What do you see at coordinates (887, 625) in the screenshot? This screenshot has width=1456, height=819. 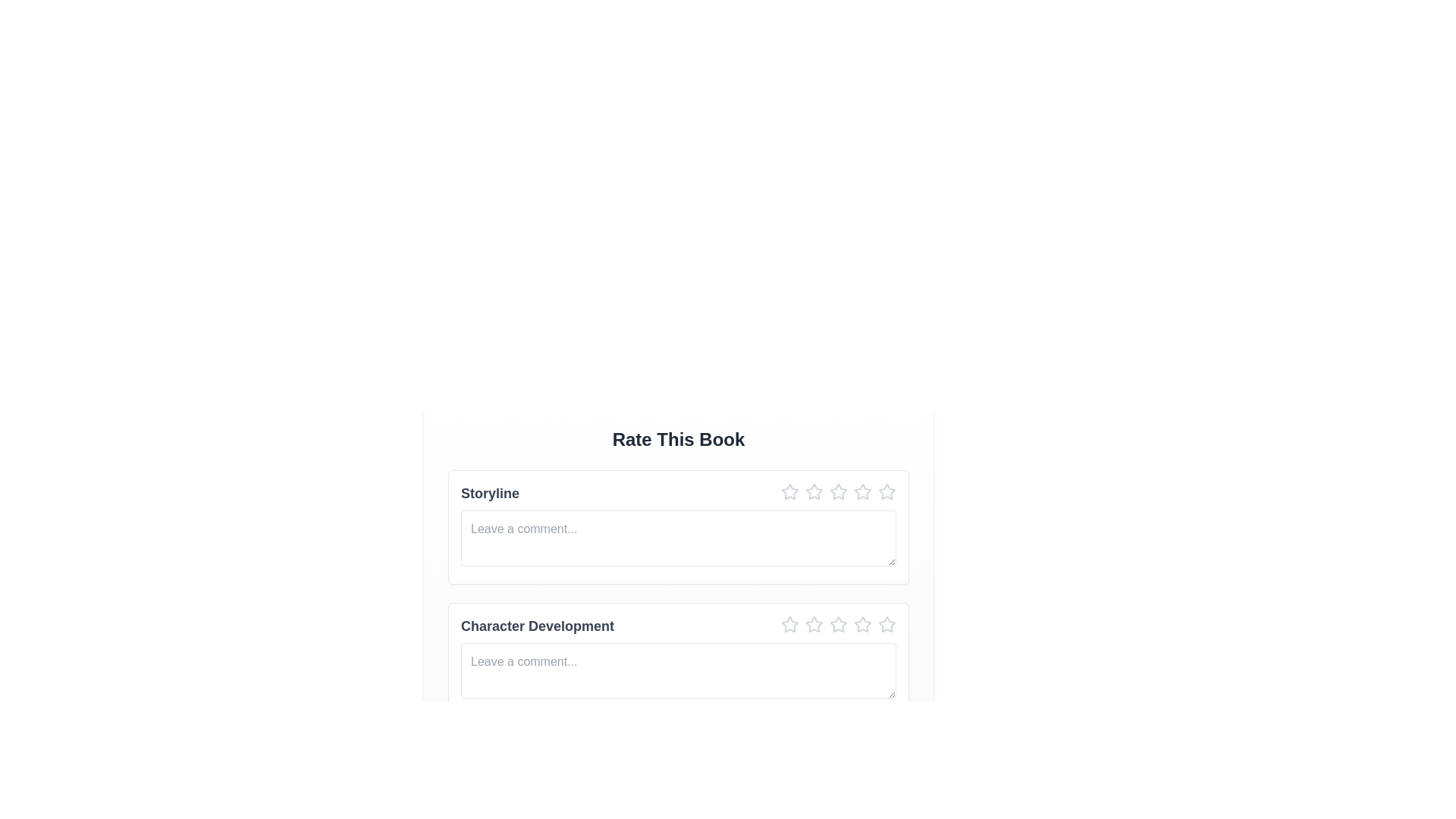 I see `the sixth star icon` at bounding box center [887, 625].